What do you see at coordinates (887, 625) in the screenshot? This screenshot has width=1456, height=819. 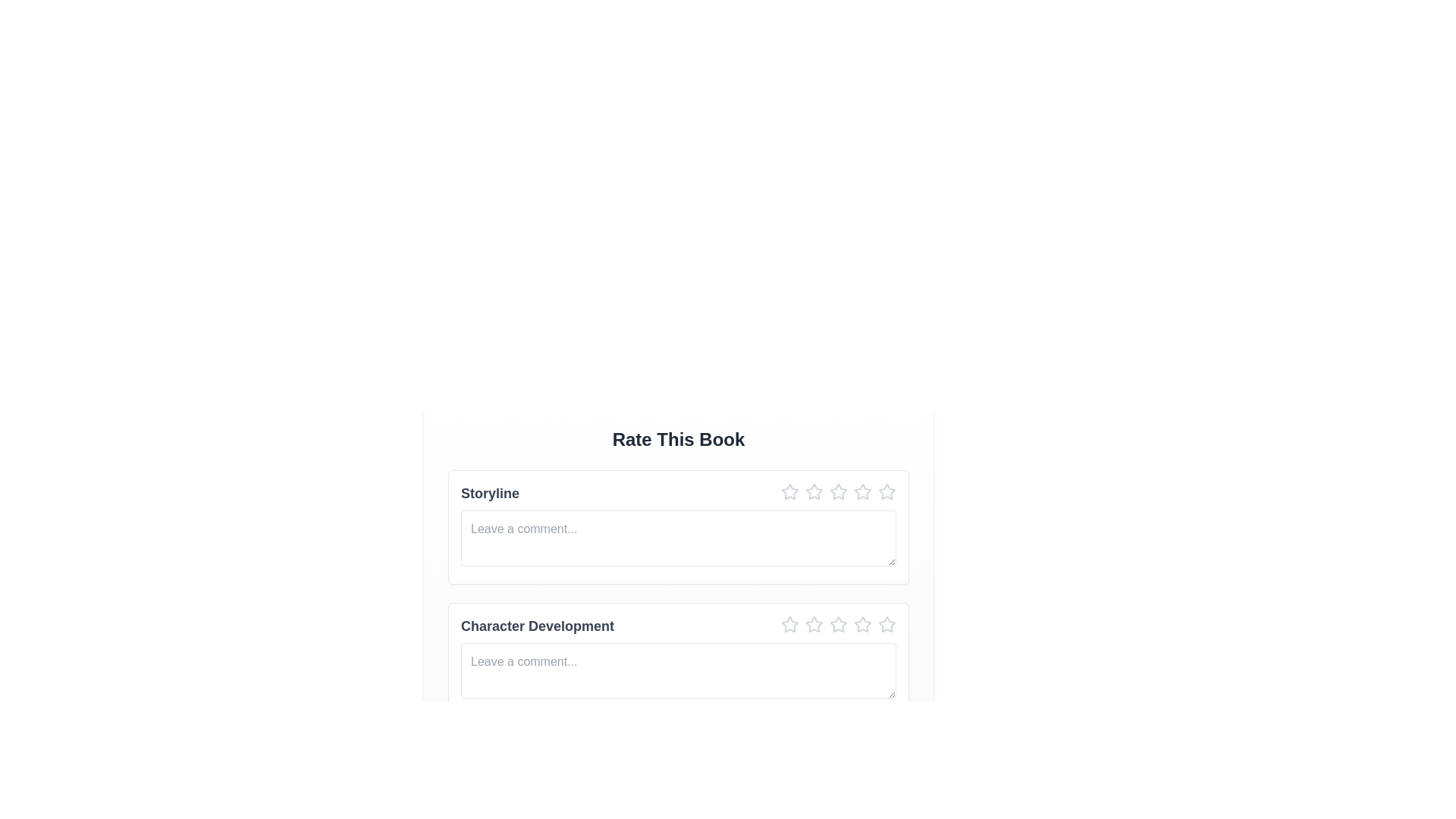 I see `the sixth star icon` at bounding box center [887, 625].